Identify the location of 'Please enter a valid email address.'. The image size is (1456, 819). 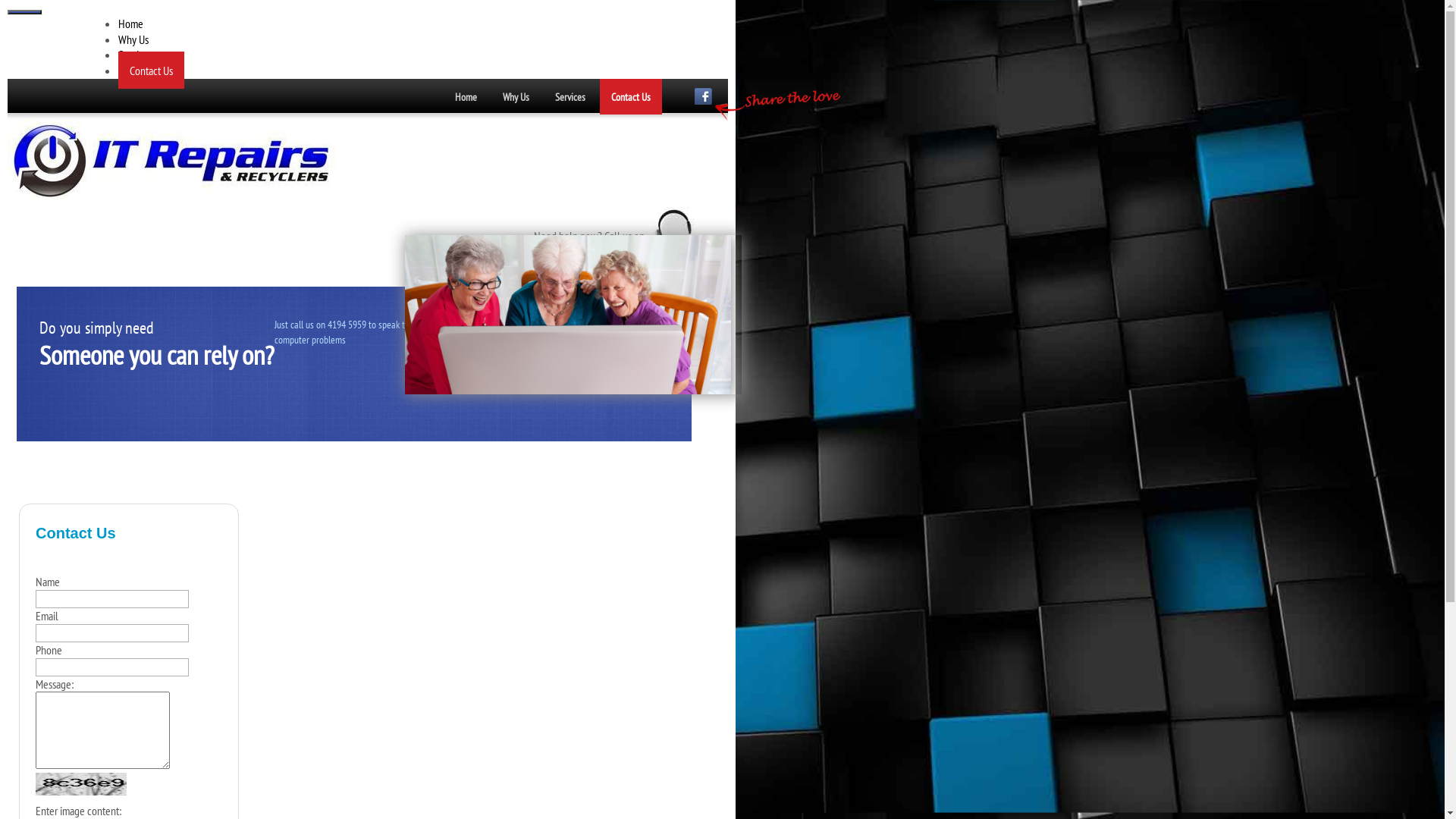
(111, 632).